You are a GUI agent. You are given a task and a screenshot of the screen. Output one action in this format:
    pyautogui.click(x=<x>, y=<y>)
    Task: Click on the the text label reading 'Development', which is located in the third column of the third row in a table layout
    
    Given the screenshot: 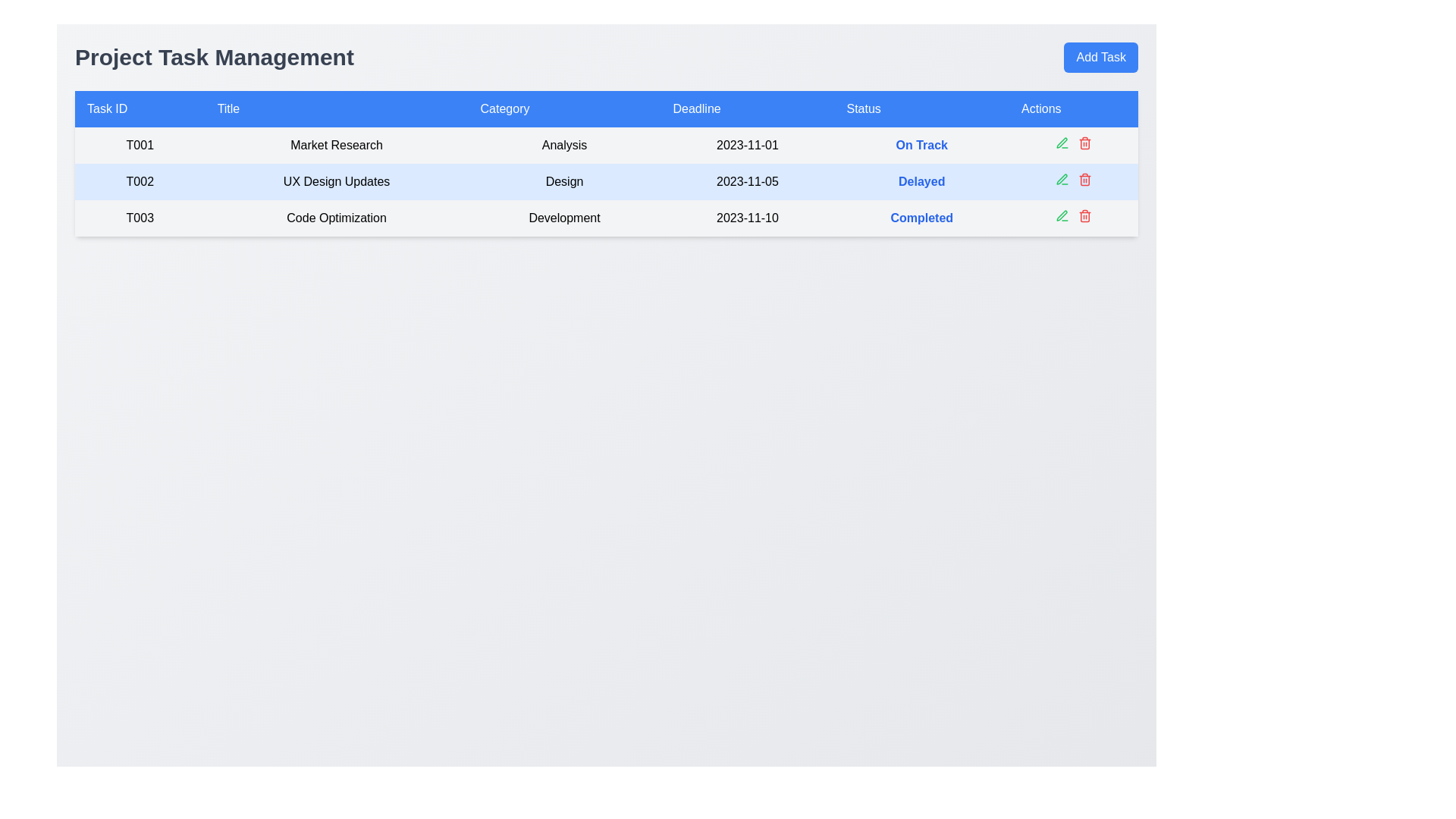 What is the action you would take?
    pyautogui.click(x=563, y=218)
    